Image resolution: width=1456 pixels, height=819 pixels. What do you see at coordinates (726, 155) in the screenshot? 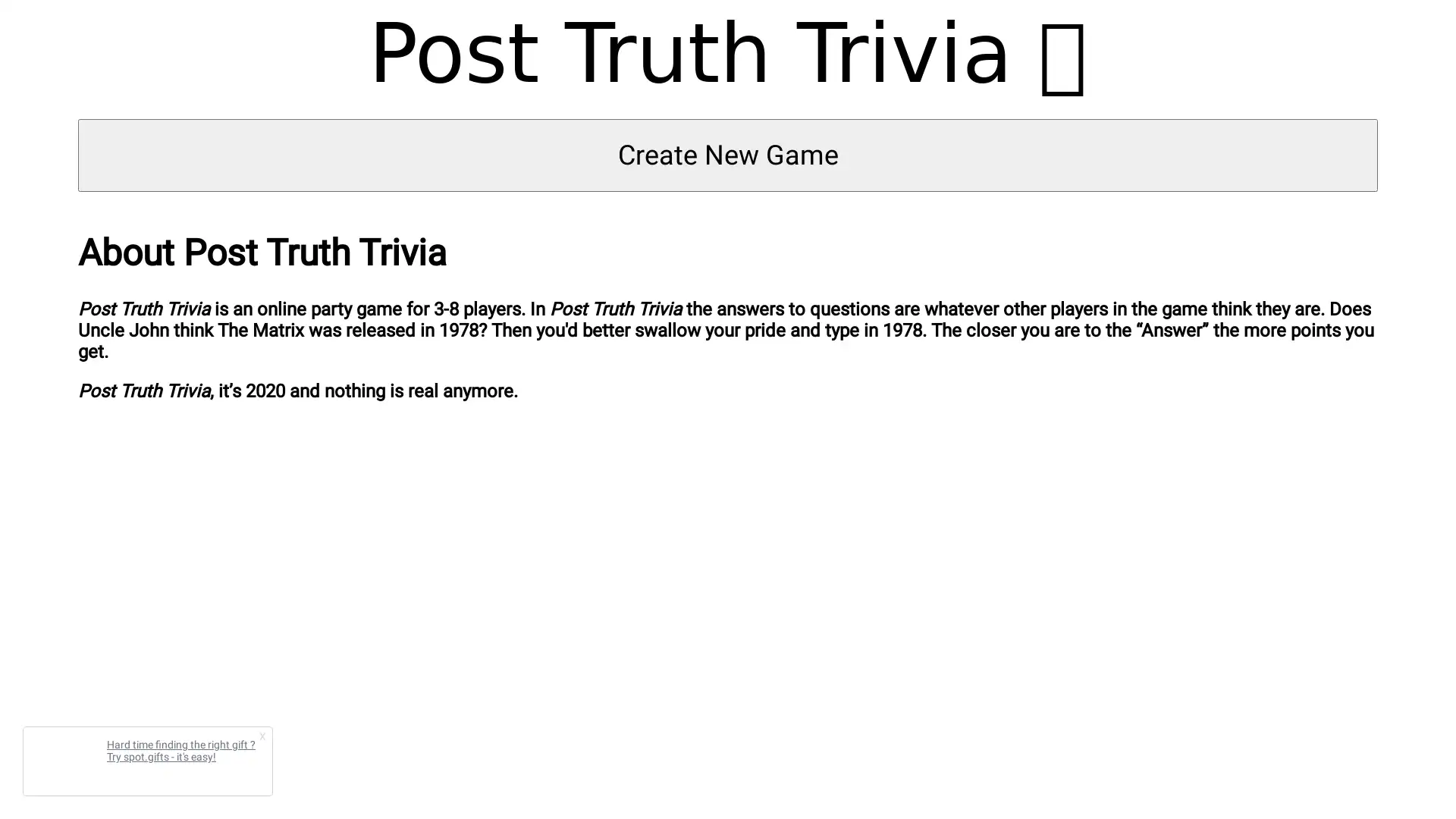
I see `Create New Game` at bounding box center [726, 155].